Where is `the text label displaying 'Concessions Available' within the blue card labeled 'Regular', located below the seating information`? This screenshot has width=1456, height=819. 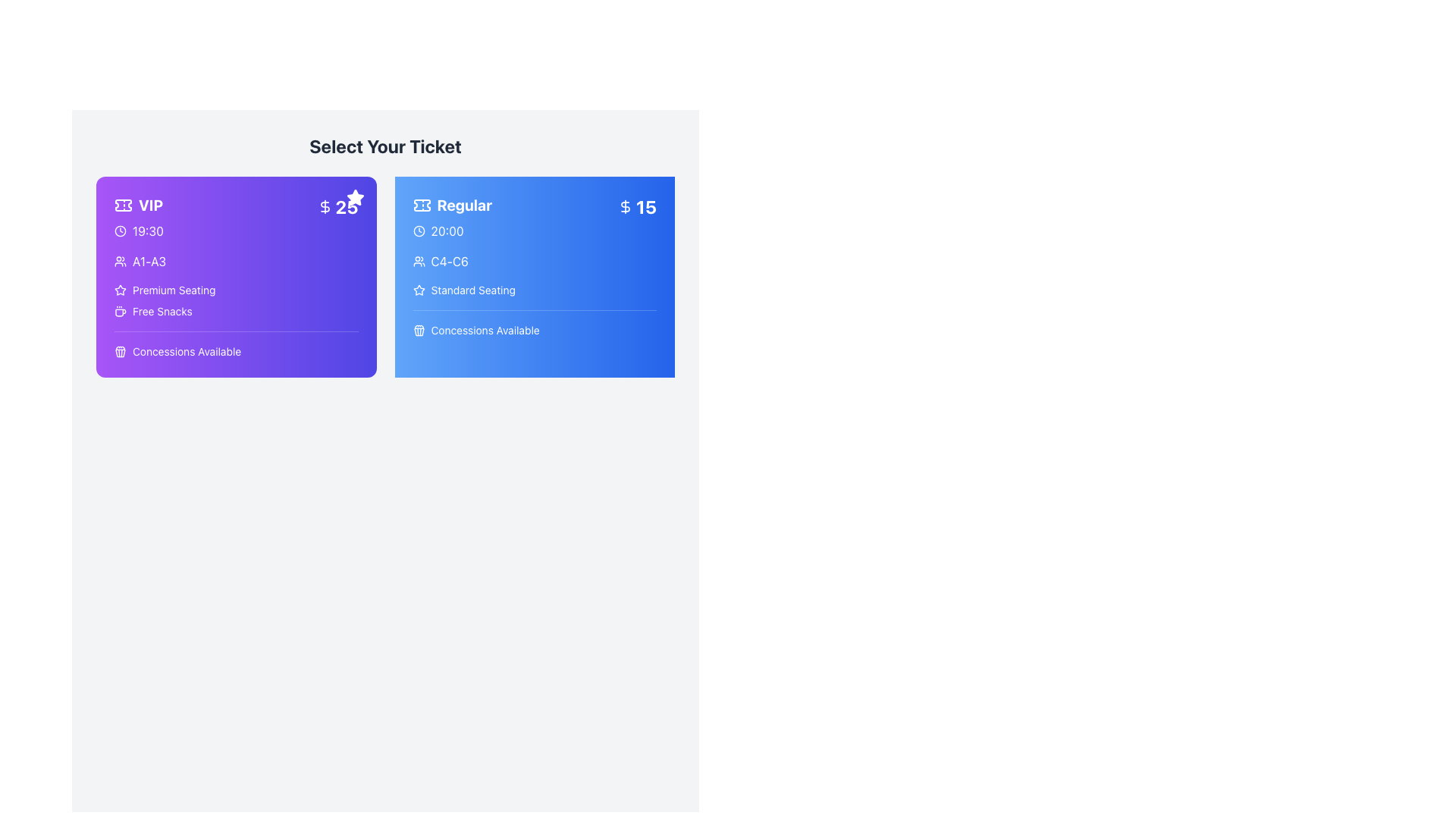
the text label displaying 'Concessions Available' within the blue card labeled 'Regular', located below the seating information is located at coordinates (535, 329).